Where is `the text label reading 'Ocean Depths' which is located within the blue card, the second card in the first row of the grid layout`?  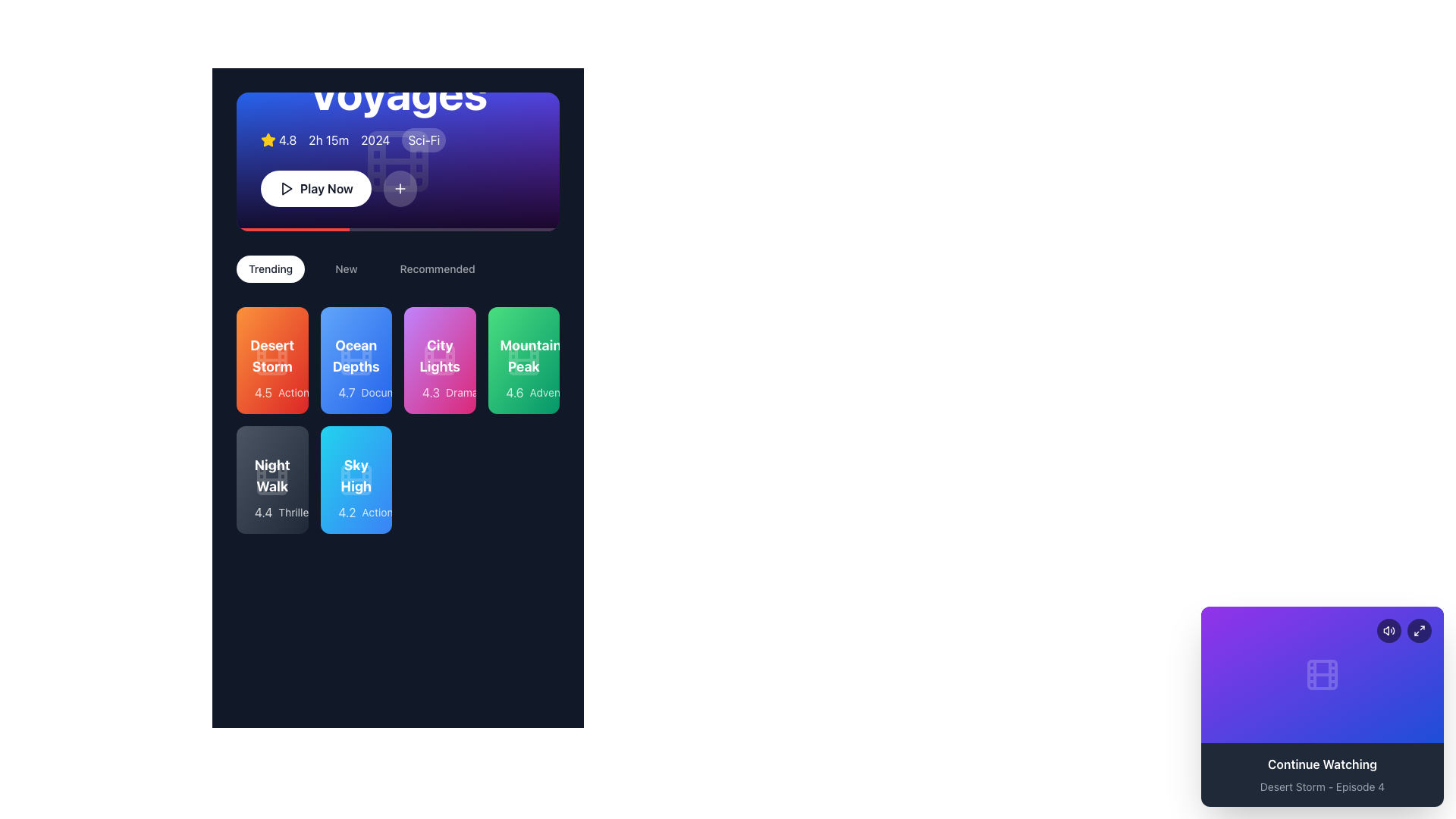
the text label reading 'Ocean Depths' which is located within the blue card, the second card in the first row of the grid layout is located at coordinates (355, 356).